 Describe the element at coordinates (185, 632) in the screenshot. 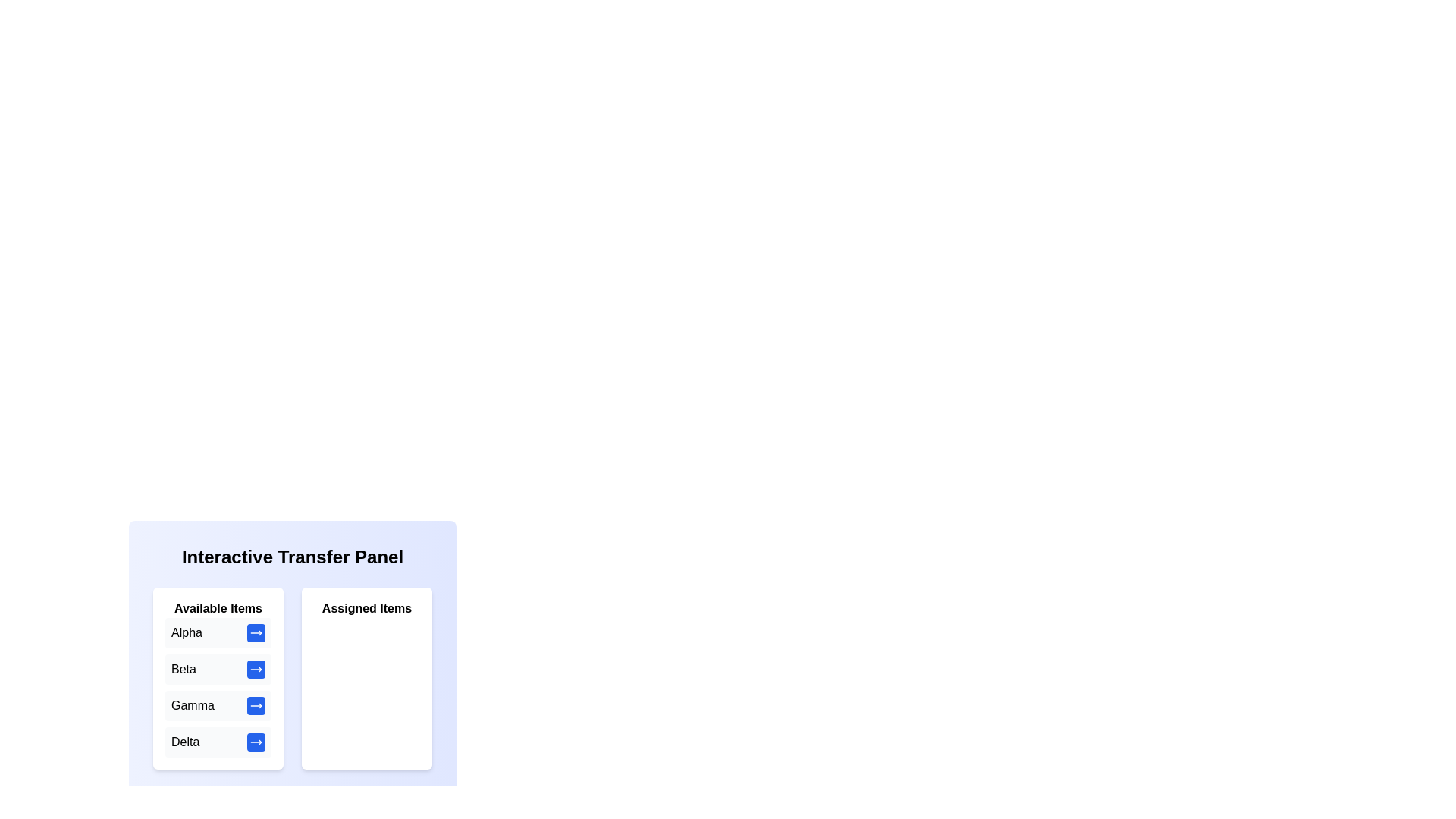

I see `the text label Alpha in the 'Available Items' list` at that location.